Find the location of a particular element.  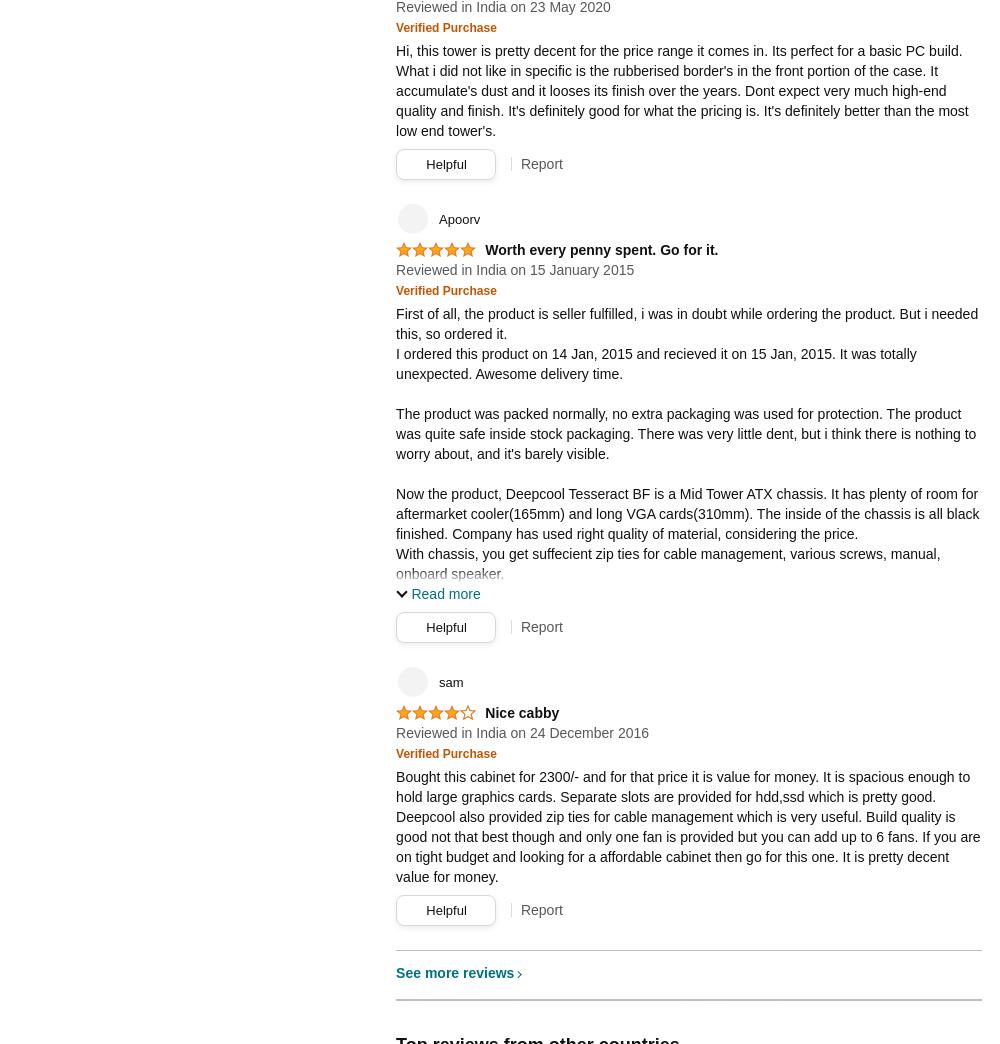

'See more reviews' is located at coordinates (454, 970).